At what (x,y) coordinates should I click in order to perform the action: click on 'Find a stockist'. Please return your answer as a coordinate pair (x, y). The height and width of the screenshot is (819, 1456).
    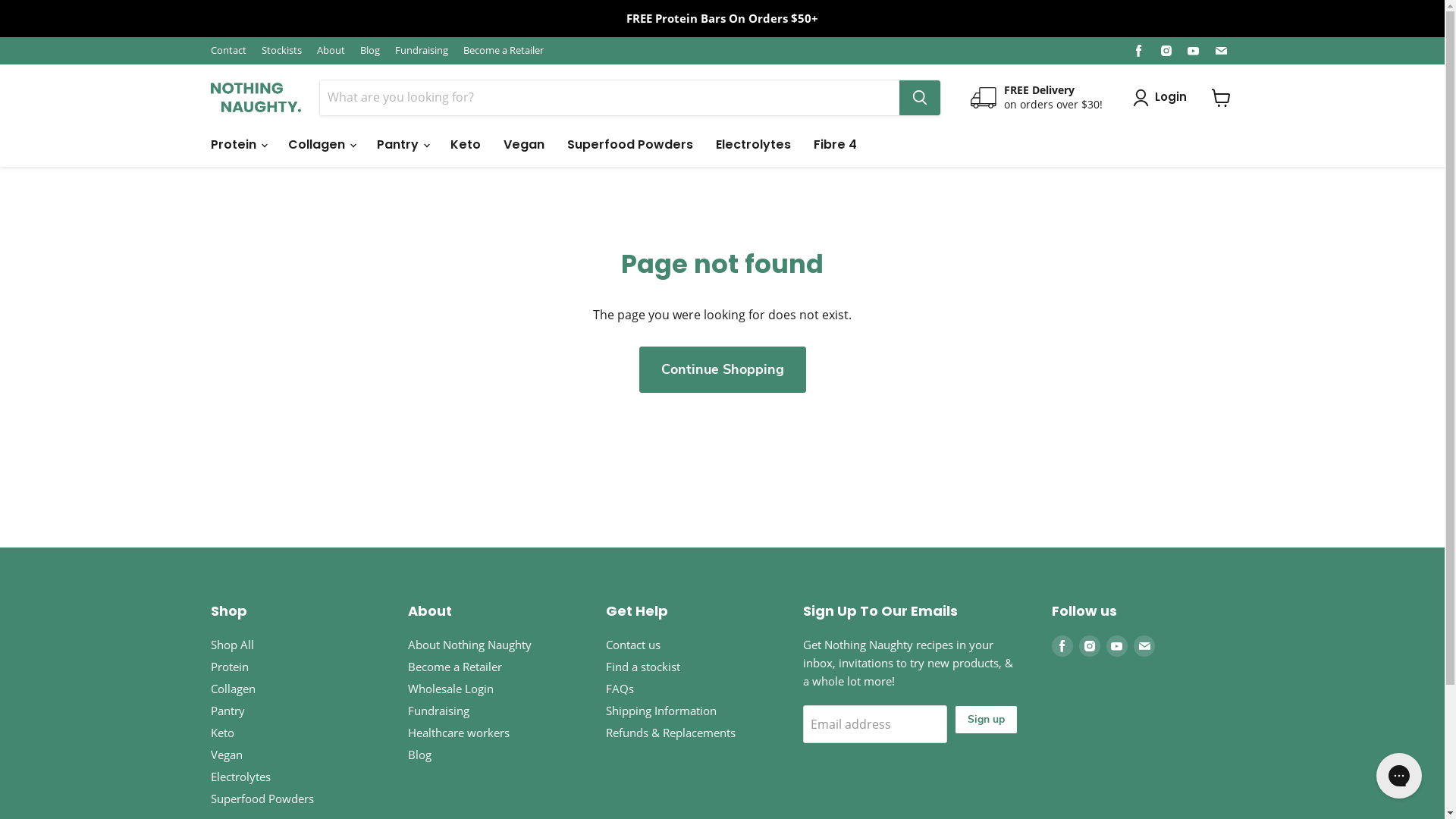
    Looking at the image, I should click on (642, 666).